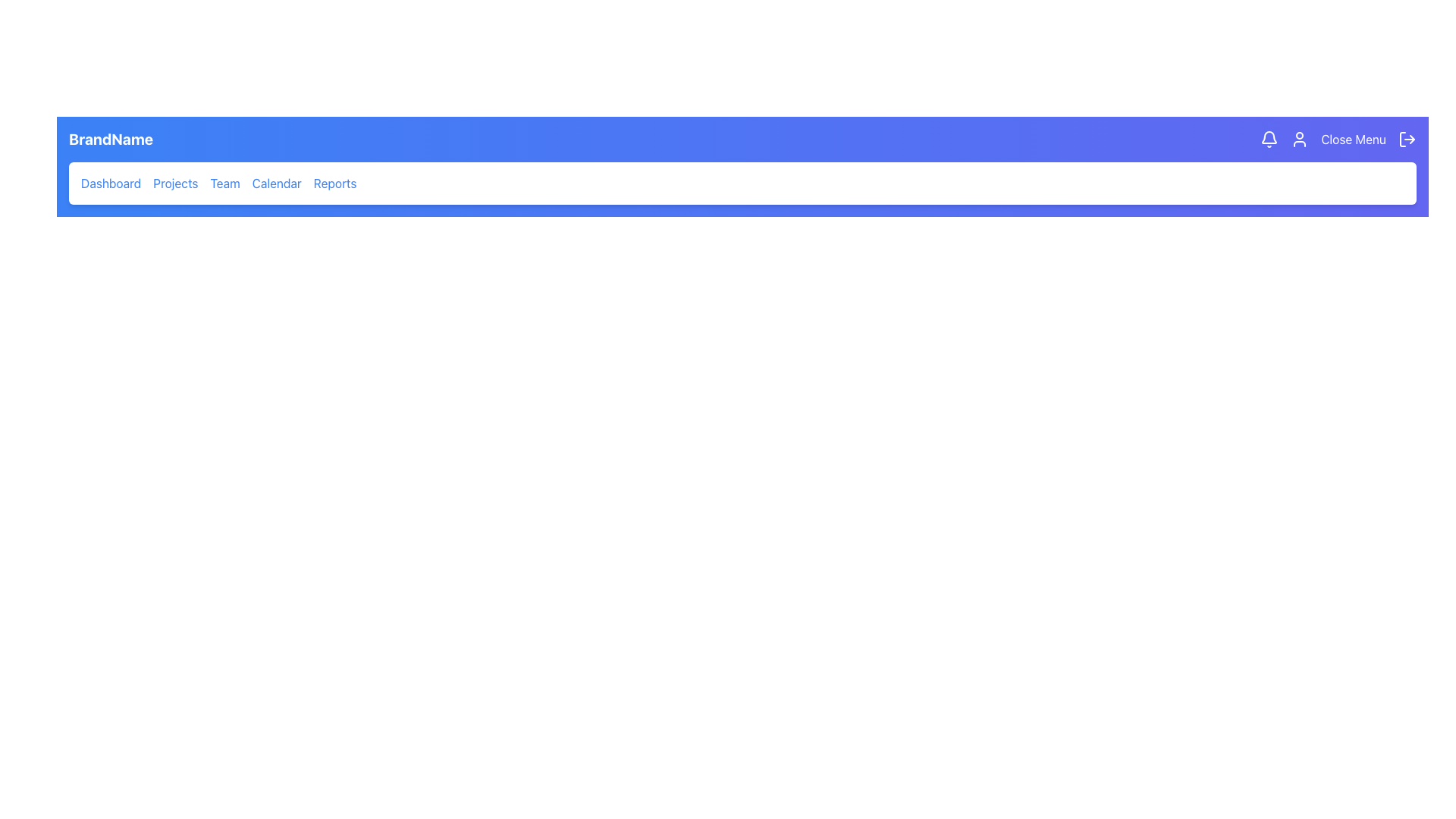  I want to click on the blue-colored text labeled 'Projects' in the navigation menu, so click(175, 183).